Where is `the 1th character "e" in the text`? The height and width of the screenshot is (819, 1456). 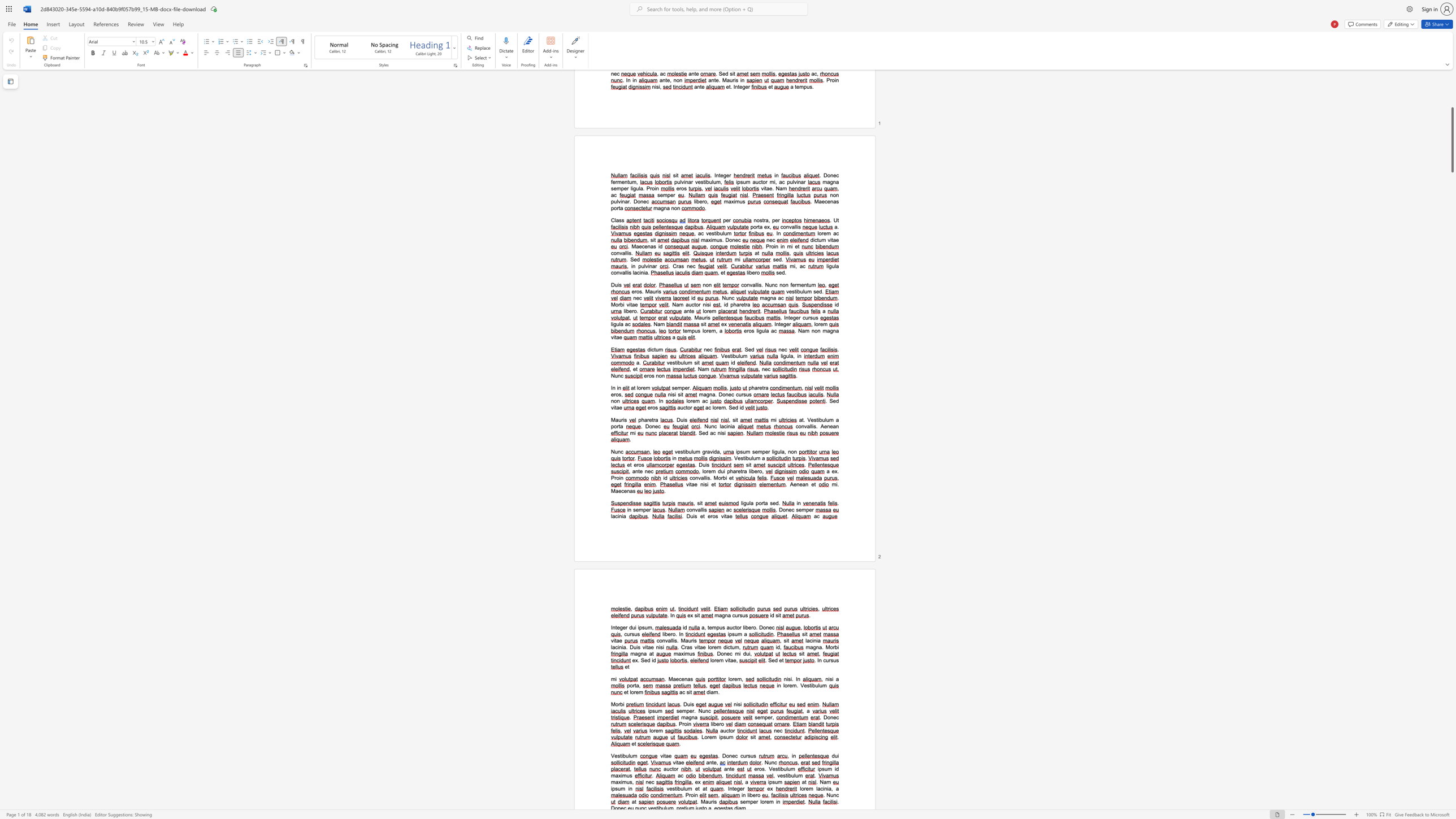 the 1th character "e" in the text is located at coordinates (640, 471).